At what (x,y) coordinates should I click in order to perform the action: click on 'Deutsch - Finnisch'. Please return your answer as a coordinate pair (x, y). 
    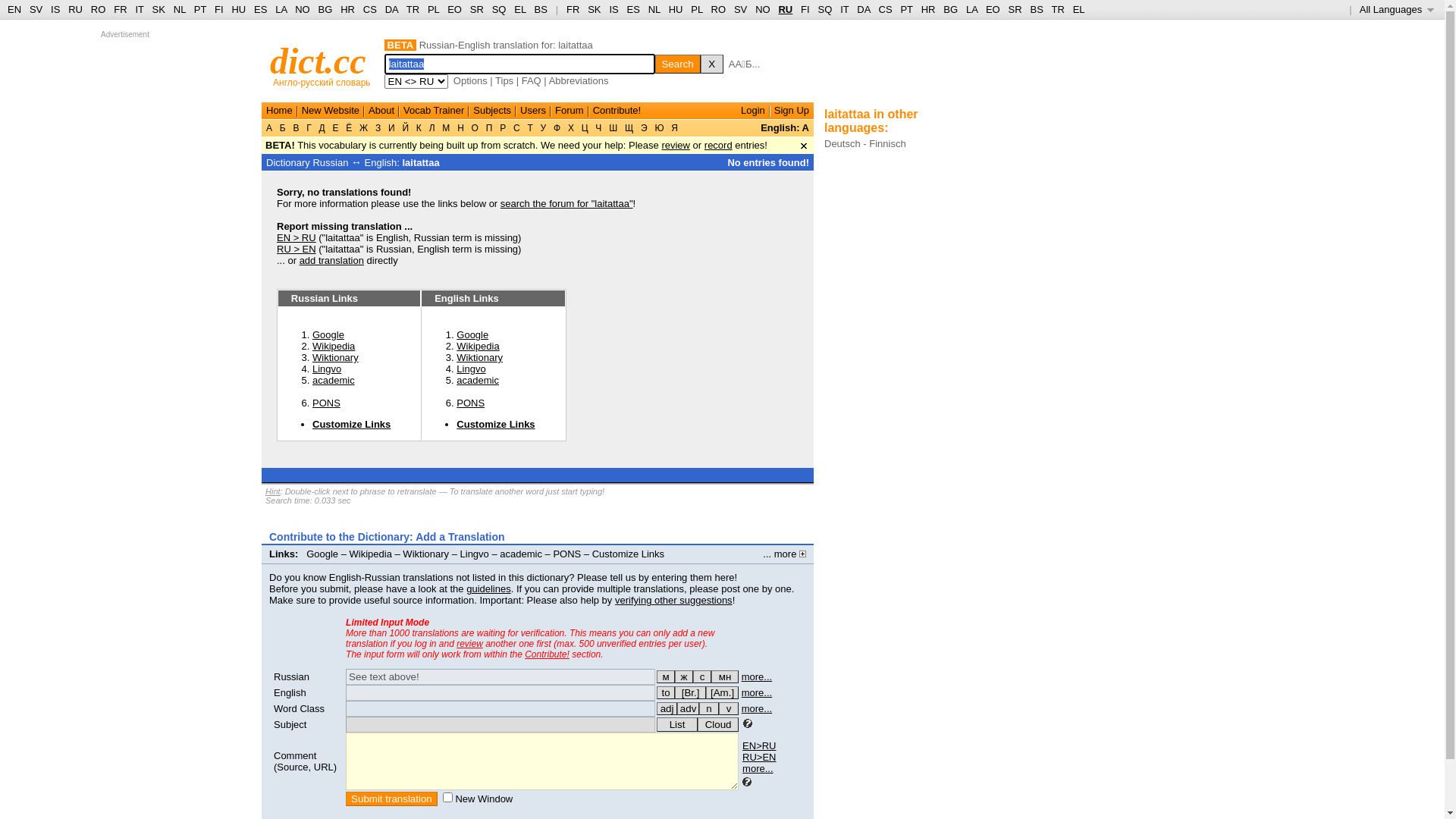
    Looking at the image, I should click on (865, 143).